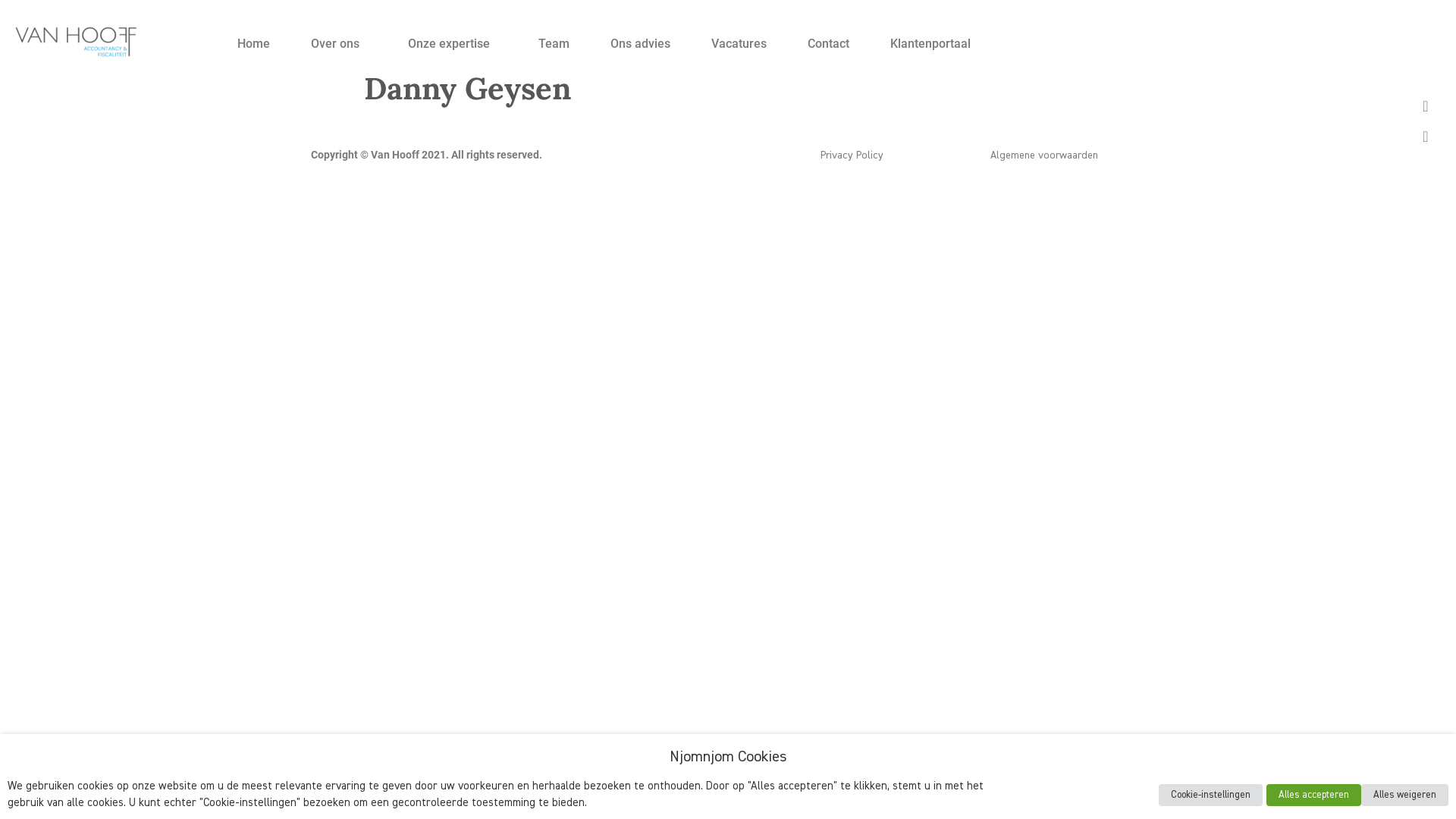  I want to click on 'Over ons', so click(290, 42).